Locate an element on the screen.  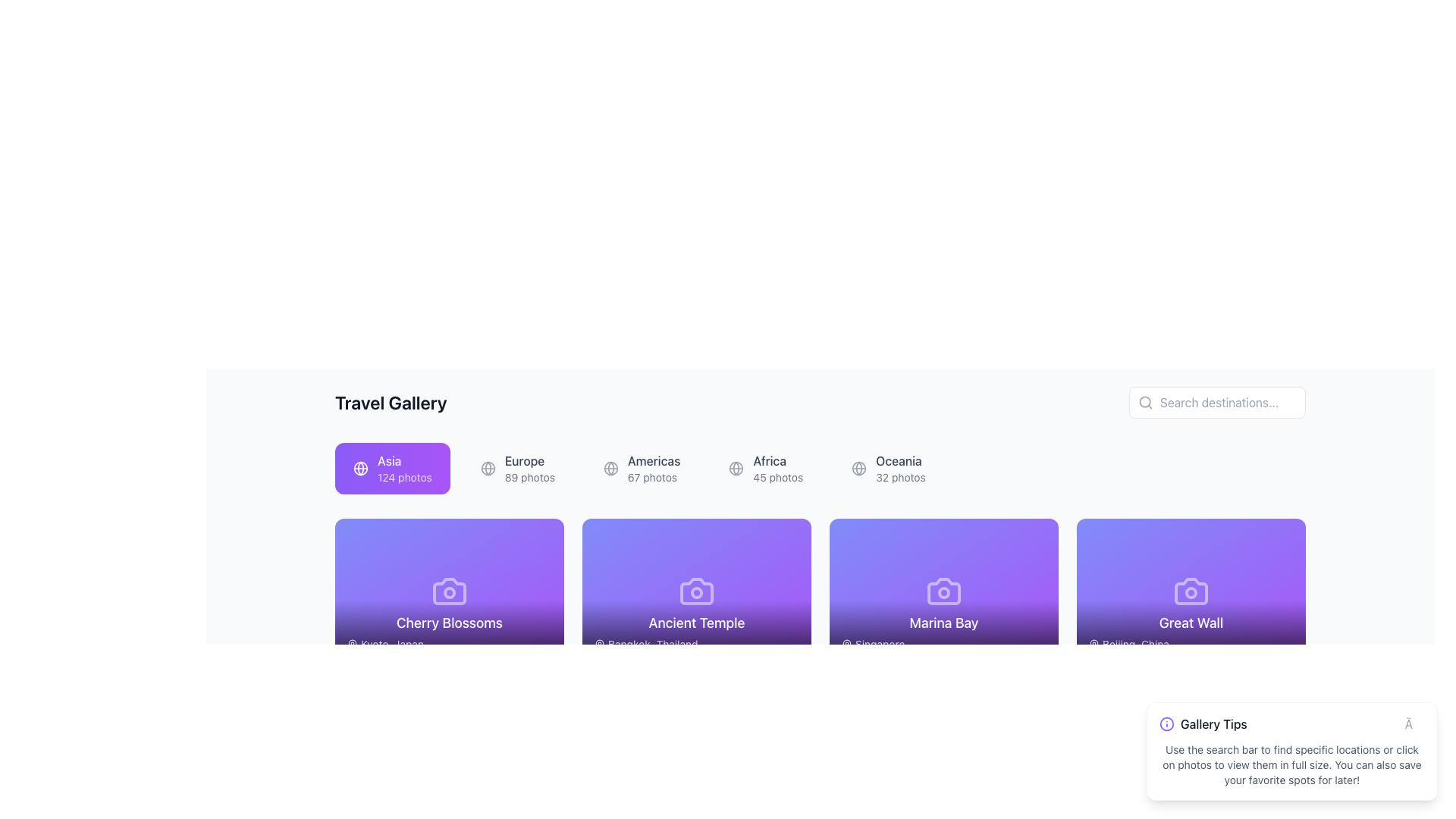
the close button located at the top-right corner of the 'Gallery Tips' panel to change its color is located at coordinates (1414, 723).